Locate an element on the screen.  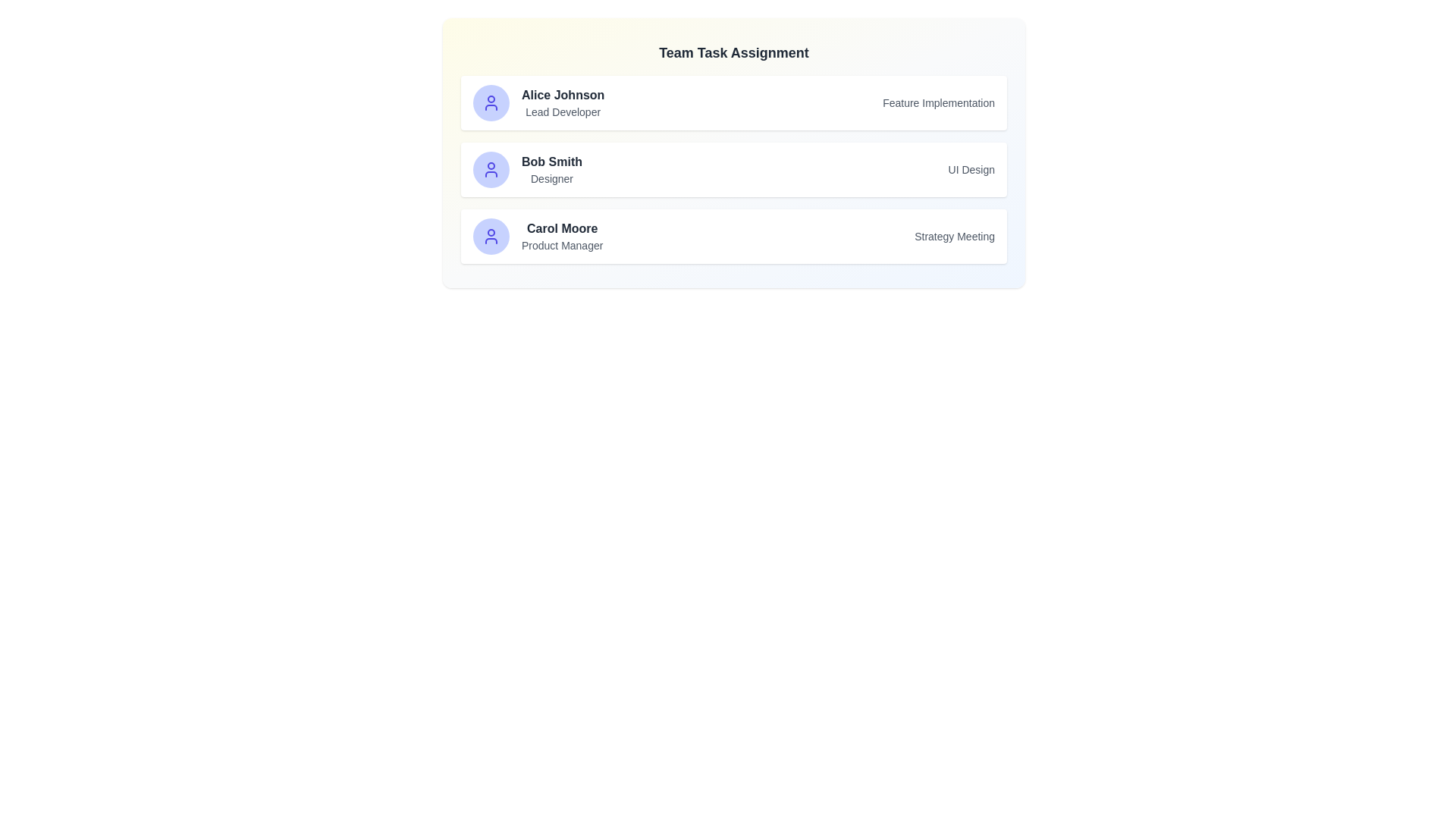
text label displaying the name 'Alice Johnson', which is a bold, dark gray text positioned at the top left of a list item entry in the team task assignment UI is located at coordinates (562, 96).